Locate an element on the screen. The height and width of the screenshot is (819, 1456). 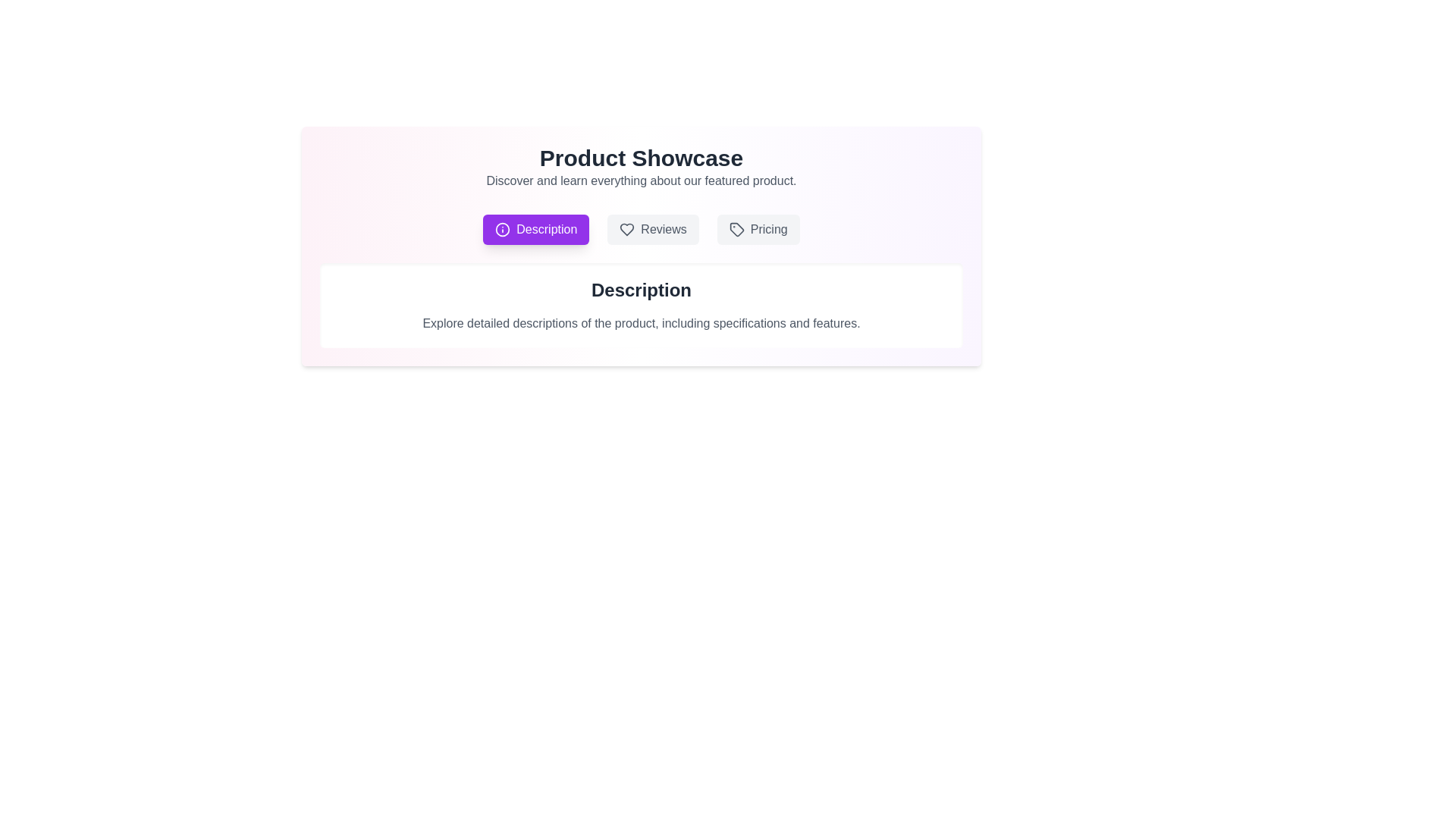
the Description tab is located at coordinates (536, 230).